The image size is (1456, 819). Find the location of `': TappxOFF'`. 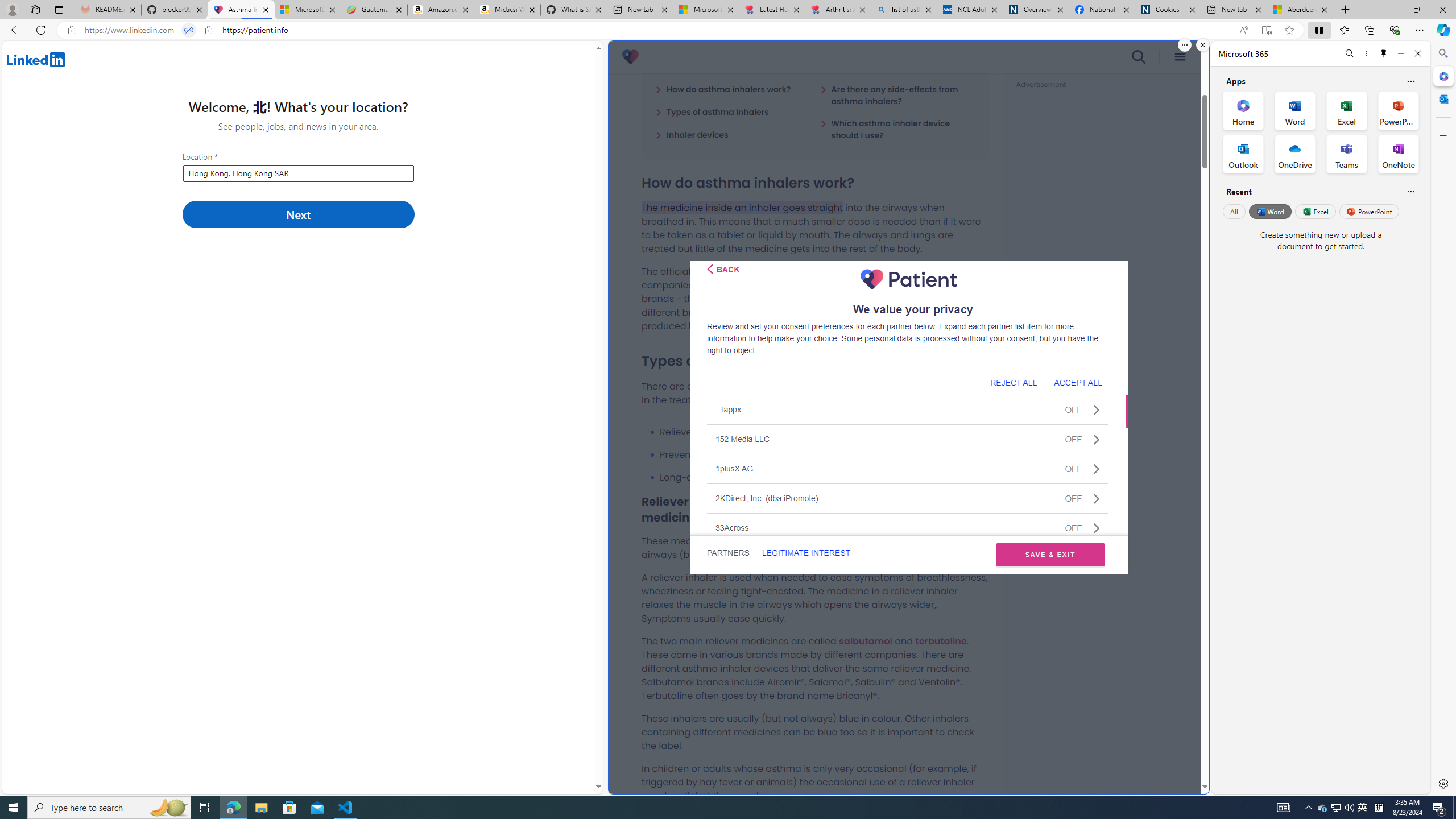

': TappxOFF' is located at coordinates (907, 409).